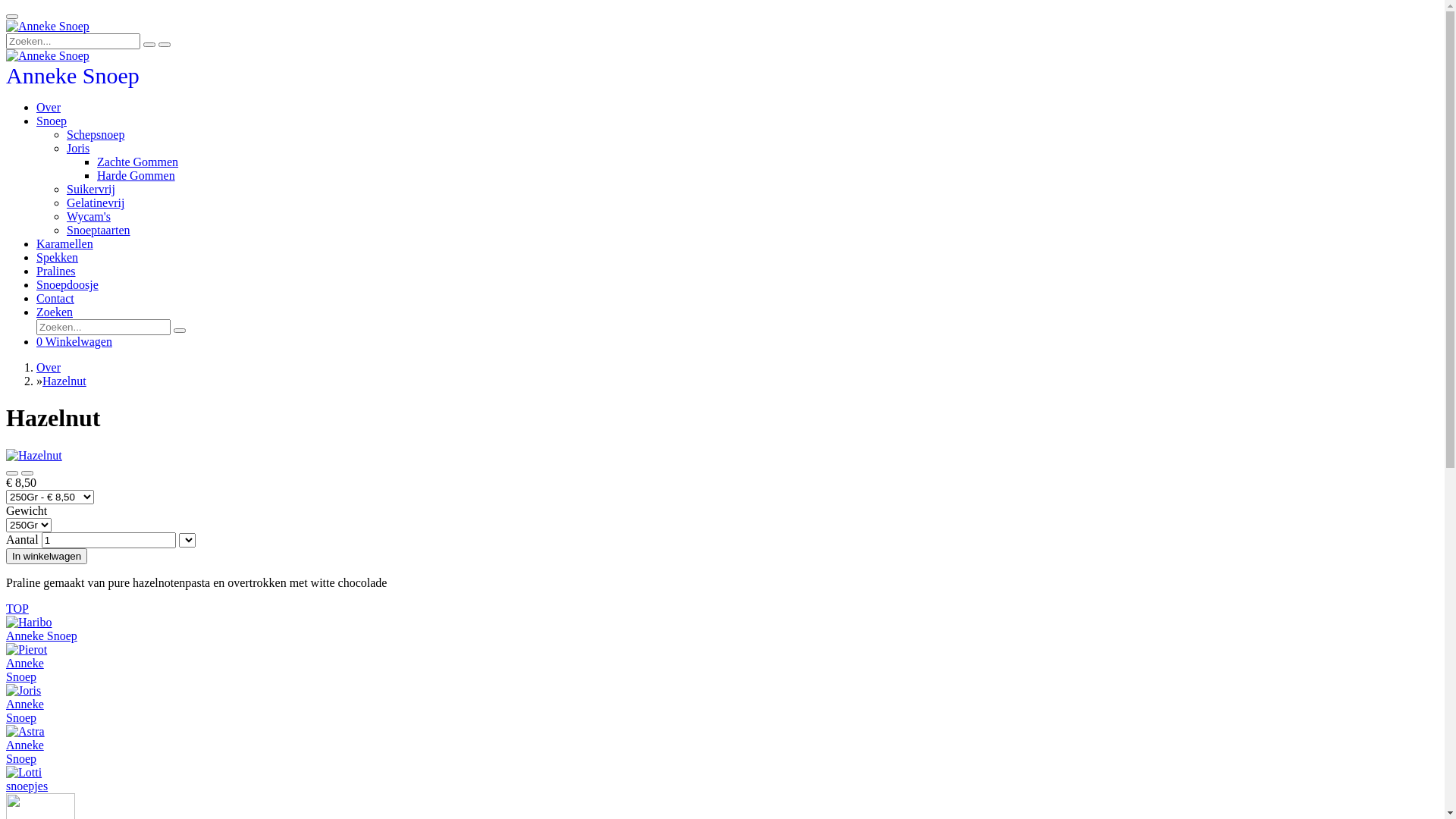  What do you see at coordinates (77, 148) in the screenshot?
I see `'Joris'` at bounding box center [77, 148].